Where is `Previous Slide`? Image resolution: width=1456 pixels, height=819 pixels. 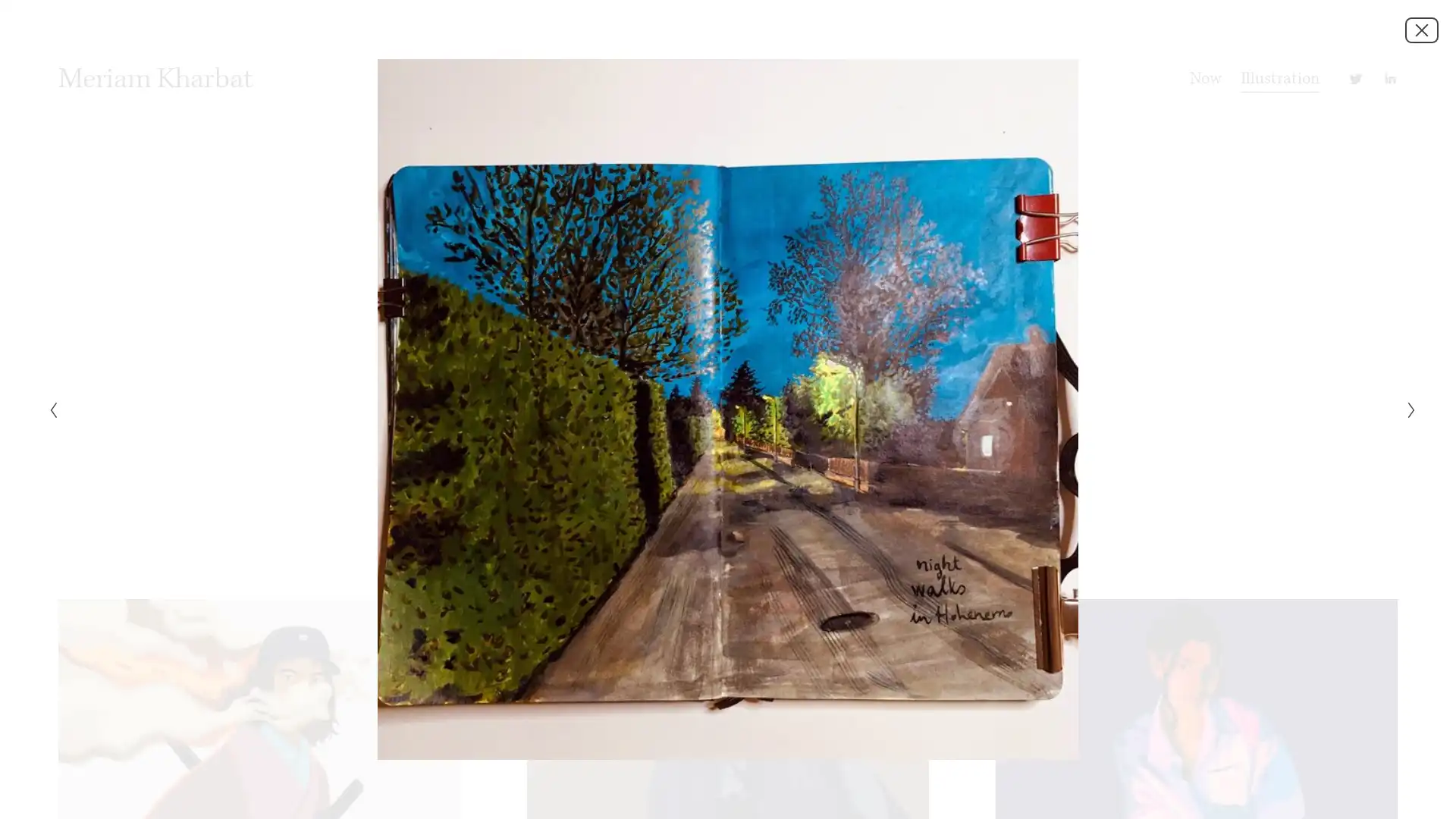
Previous Slide is located at coordinates (48, 409).